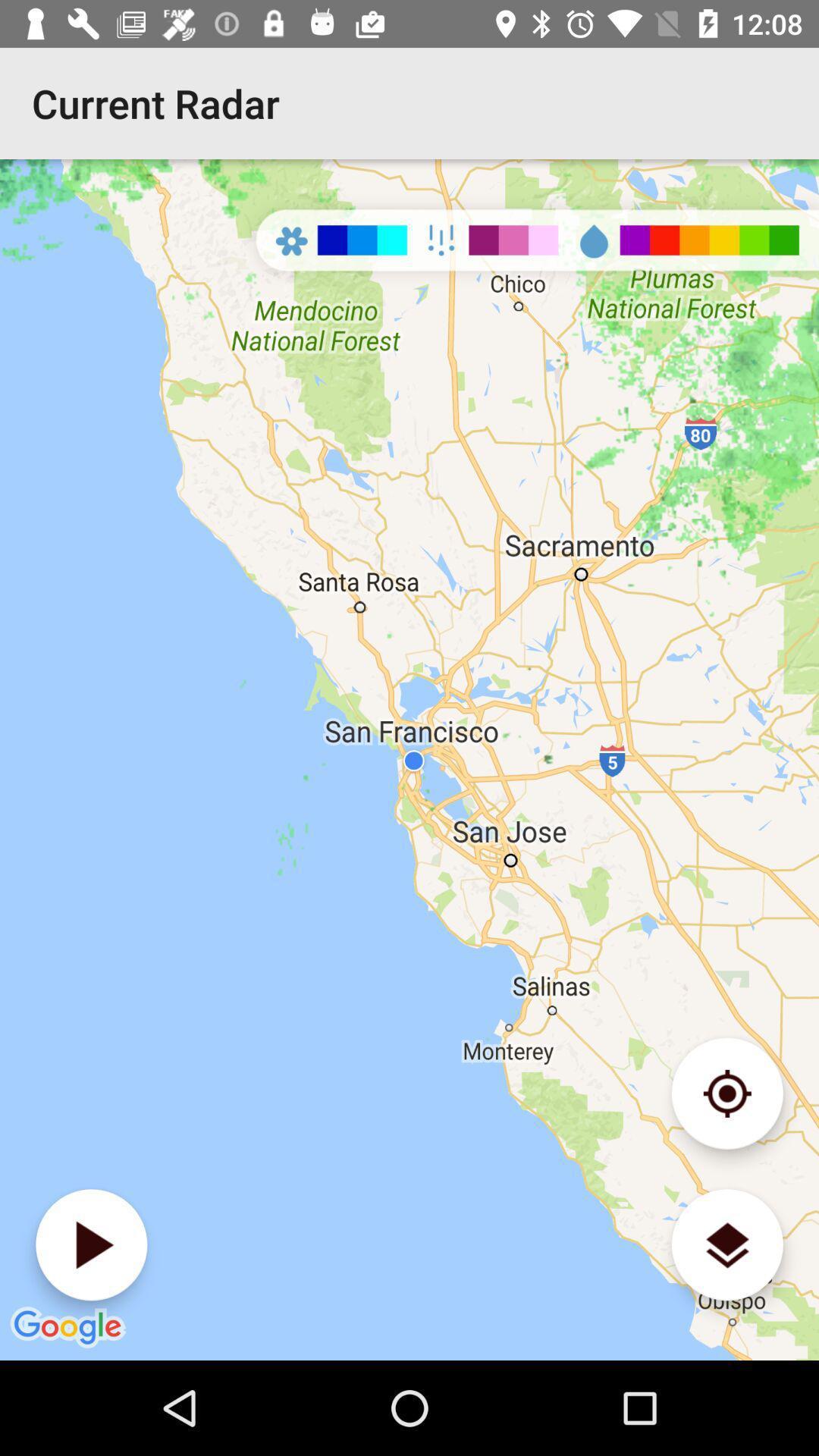  Describe the element at coordinates (91, 1244) in the screenshot. I see `the play icon` at that location.